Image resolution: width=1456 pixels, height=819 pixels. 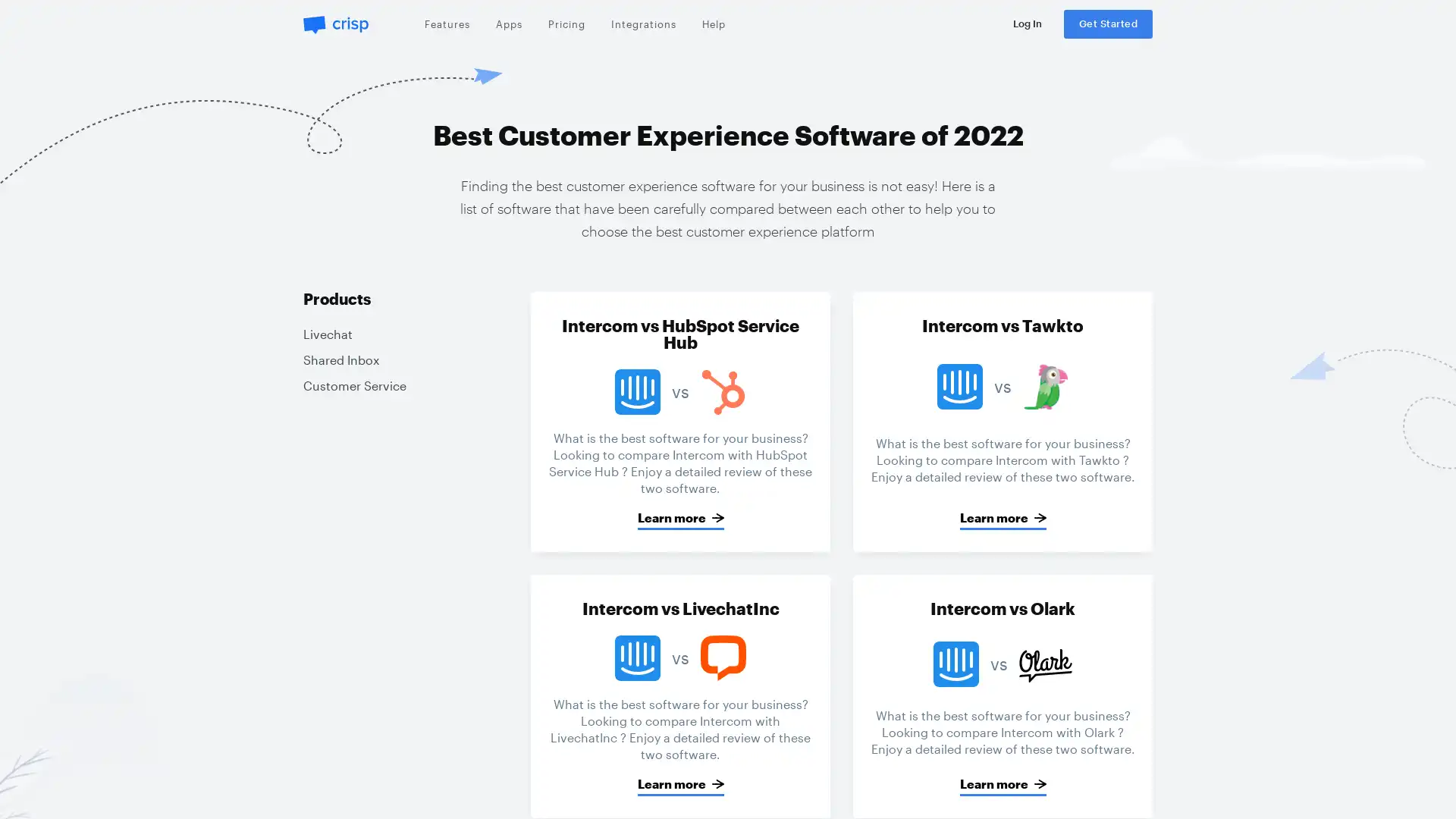 I want to click on Questions? Chat with us! Support is online. Chat with Crisp Team, so click(x=1414, y=780).